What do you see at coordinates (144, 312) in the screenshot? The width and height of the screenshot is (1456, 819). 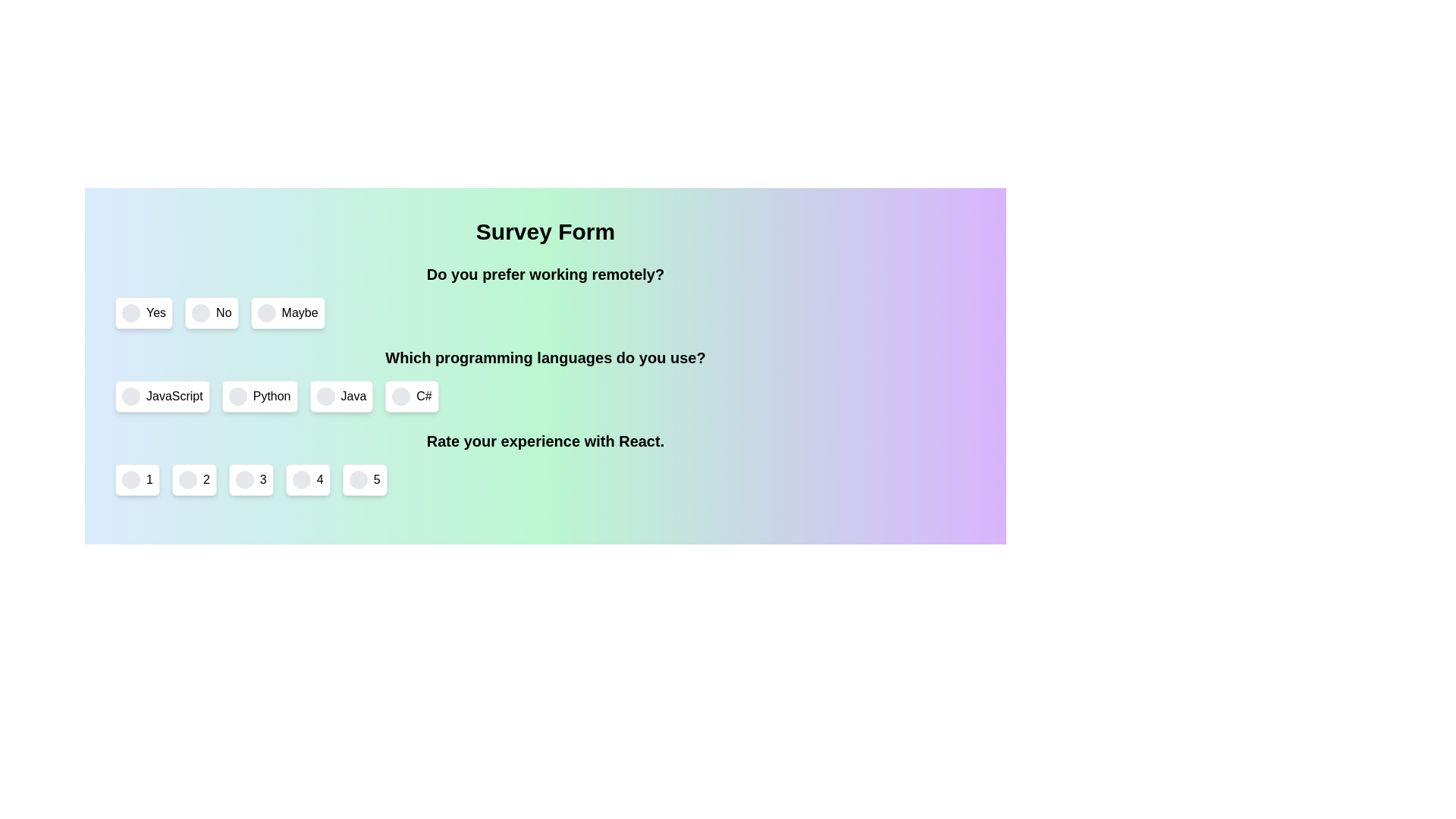 I see `the first selectable button labeled 'Yes'` at bounding box center [144, 312].